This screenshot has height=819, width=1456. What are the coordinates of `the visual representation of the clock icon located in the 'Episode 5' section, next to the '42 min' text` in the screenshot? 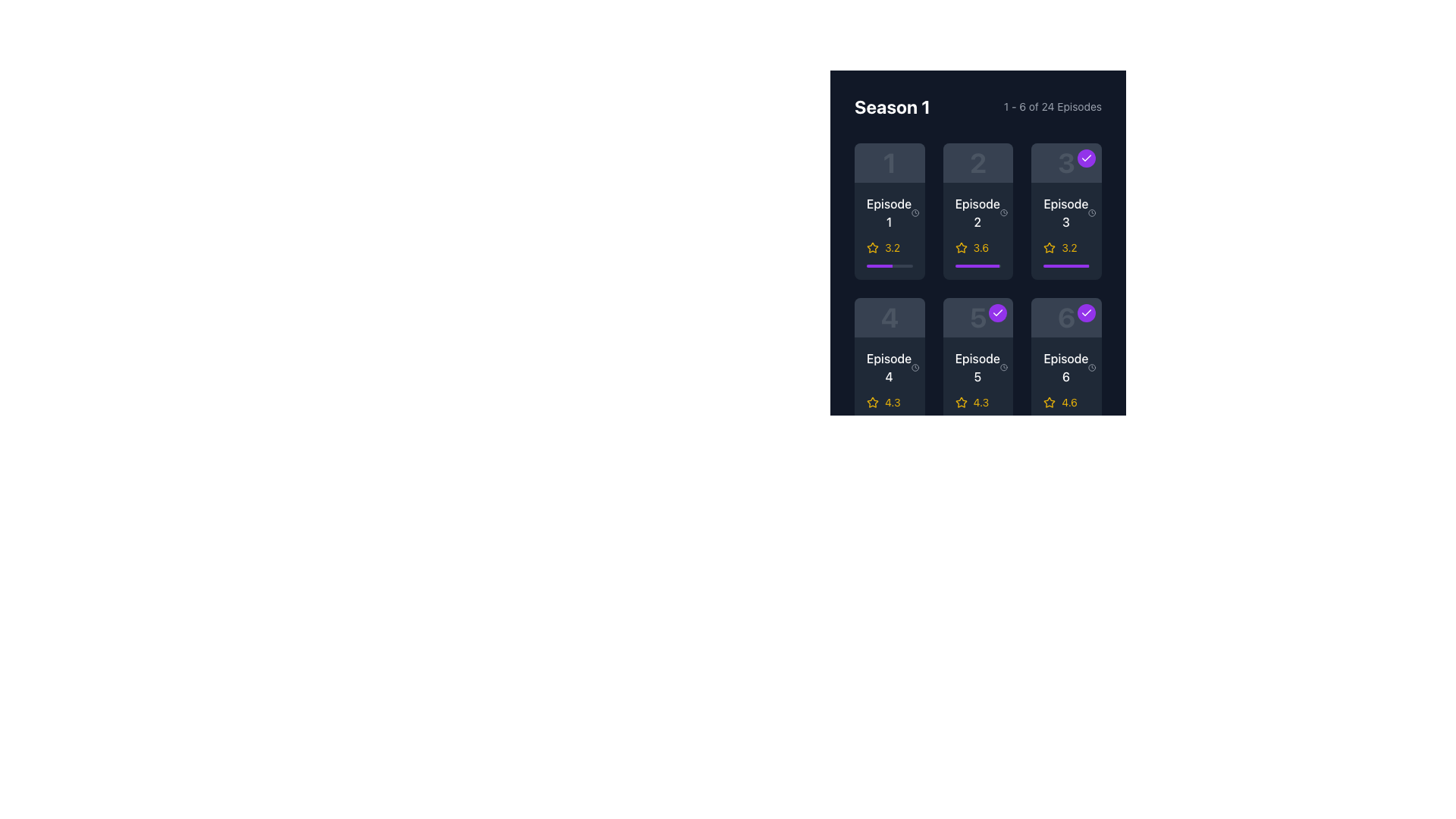 It's located at (1004, 368).